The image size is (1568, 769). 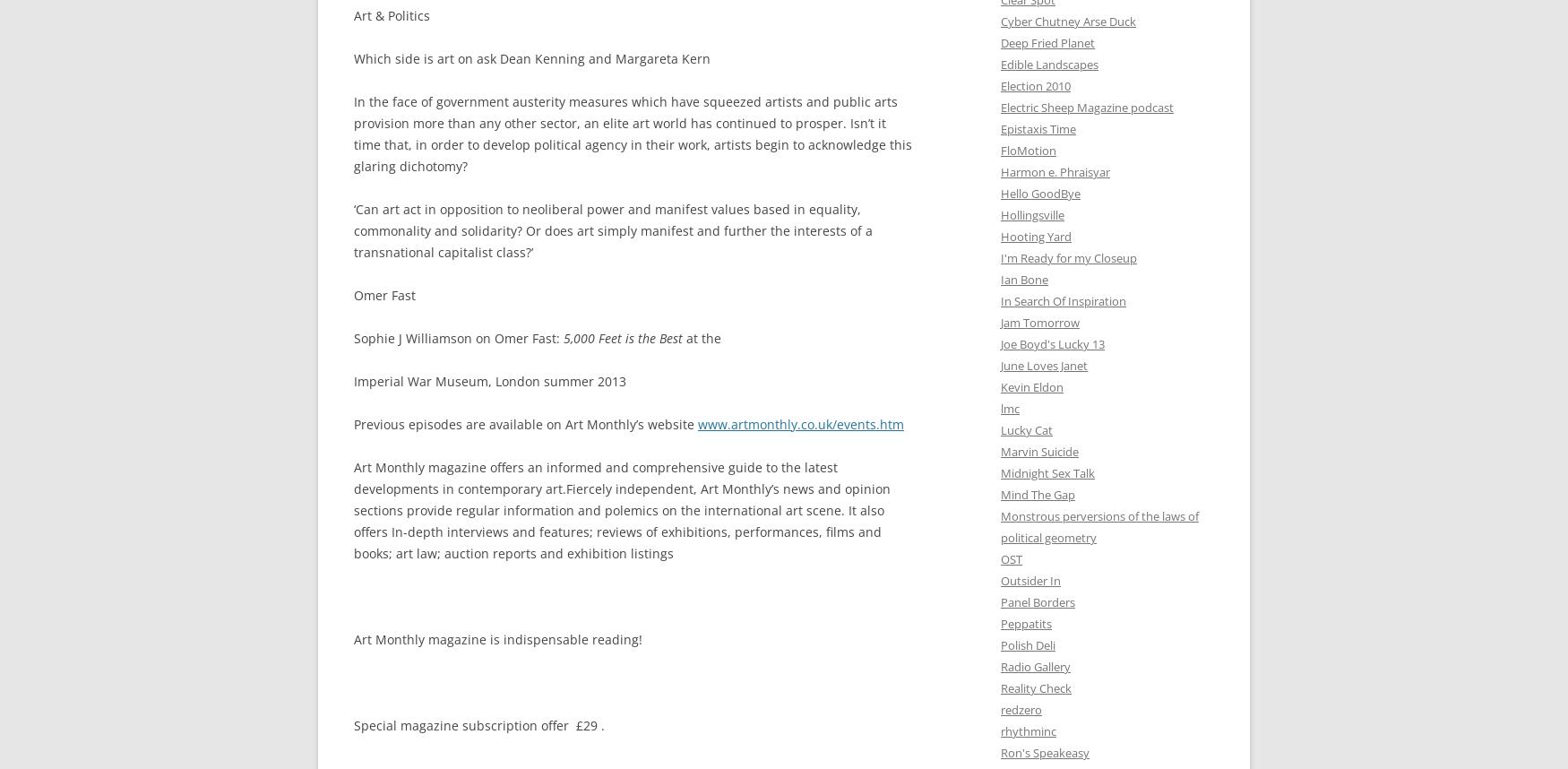 I want to click on 'Marvin Suicide', so click(x=1038, y=450).